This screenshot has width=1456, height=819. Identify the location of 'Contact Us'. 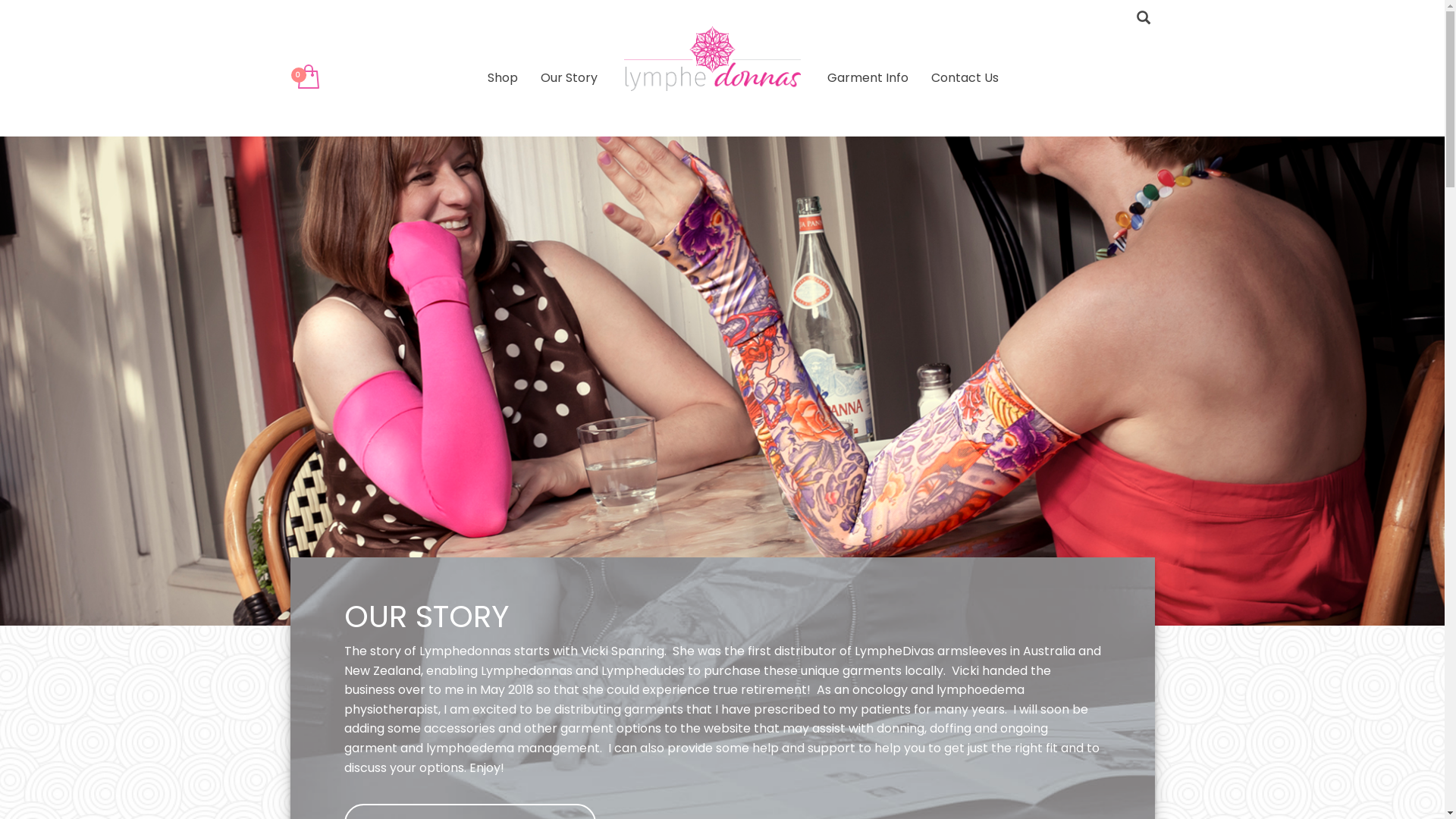
(964, 77).